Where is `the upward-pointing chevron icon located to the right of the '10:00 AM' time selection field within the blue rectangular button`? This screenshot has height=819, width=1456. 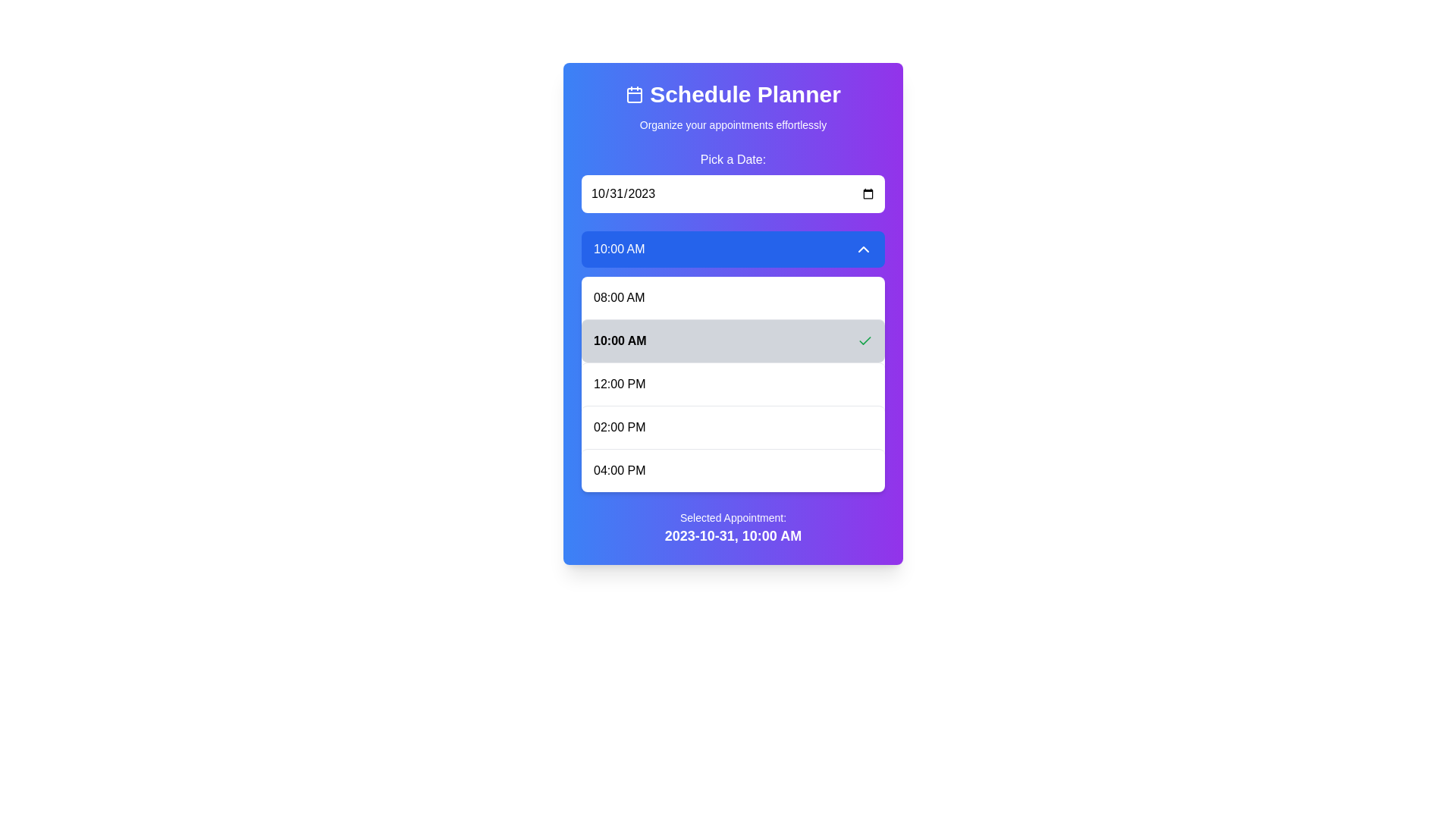
the upward-pointing chevron icon located to the right of the '10:00 AM' time selection field within the blue rectangular button is located at coordinates (863, 248).